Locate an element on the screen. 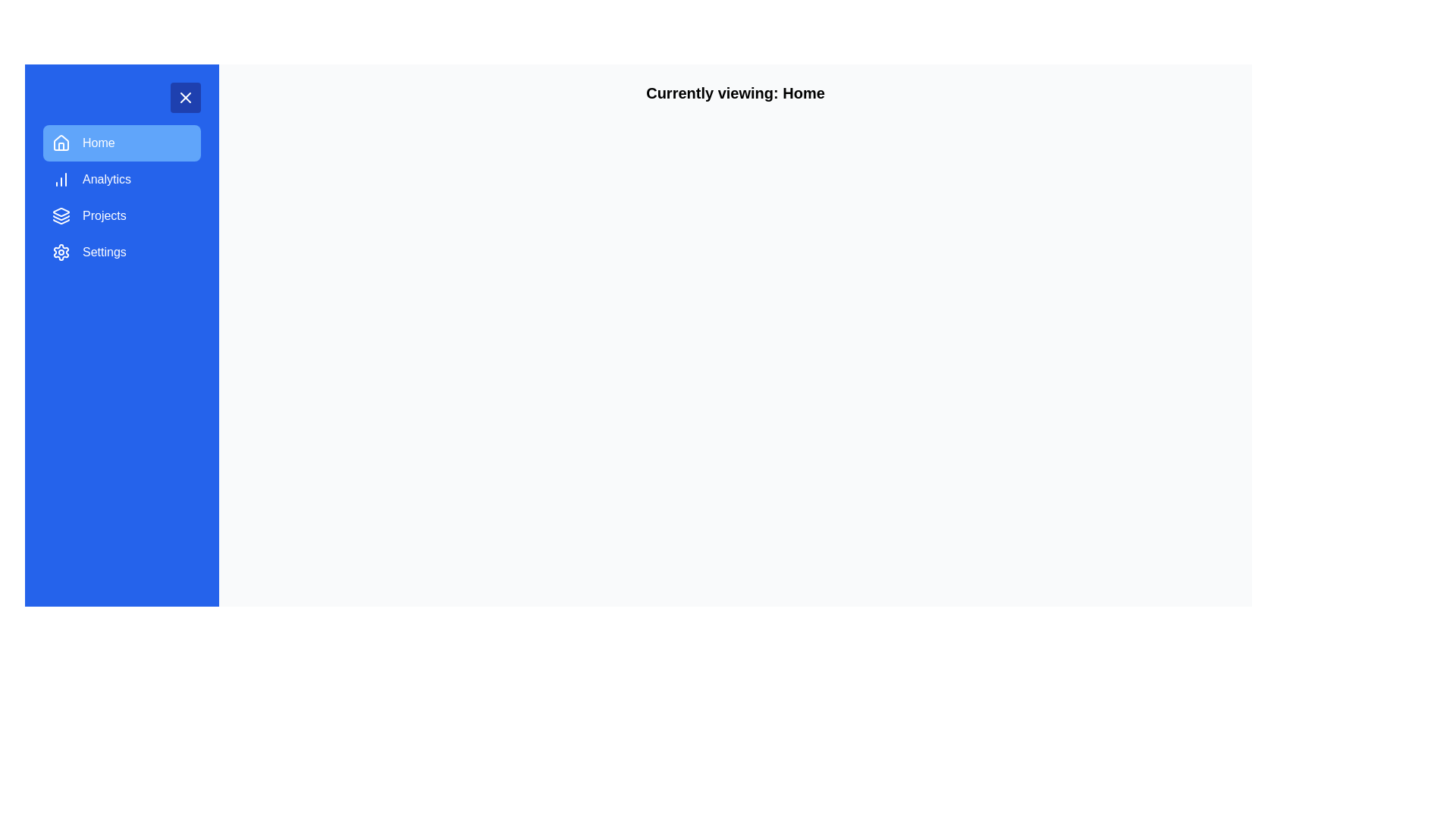 This screenshot has height=819, width=1456. the navigational button in the blue sidebar, located below the 'Home' option and above 'Projects' is located at coordinates (122, 178).